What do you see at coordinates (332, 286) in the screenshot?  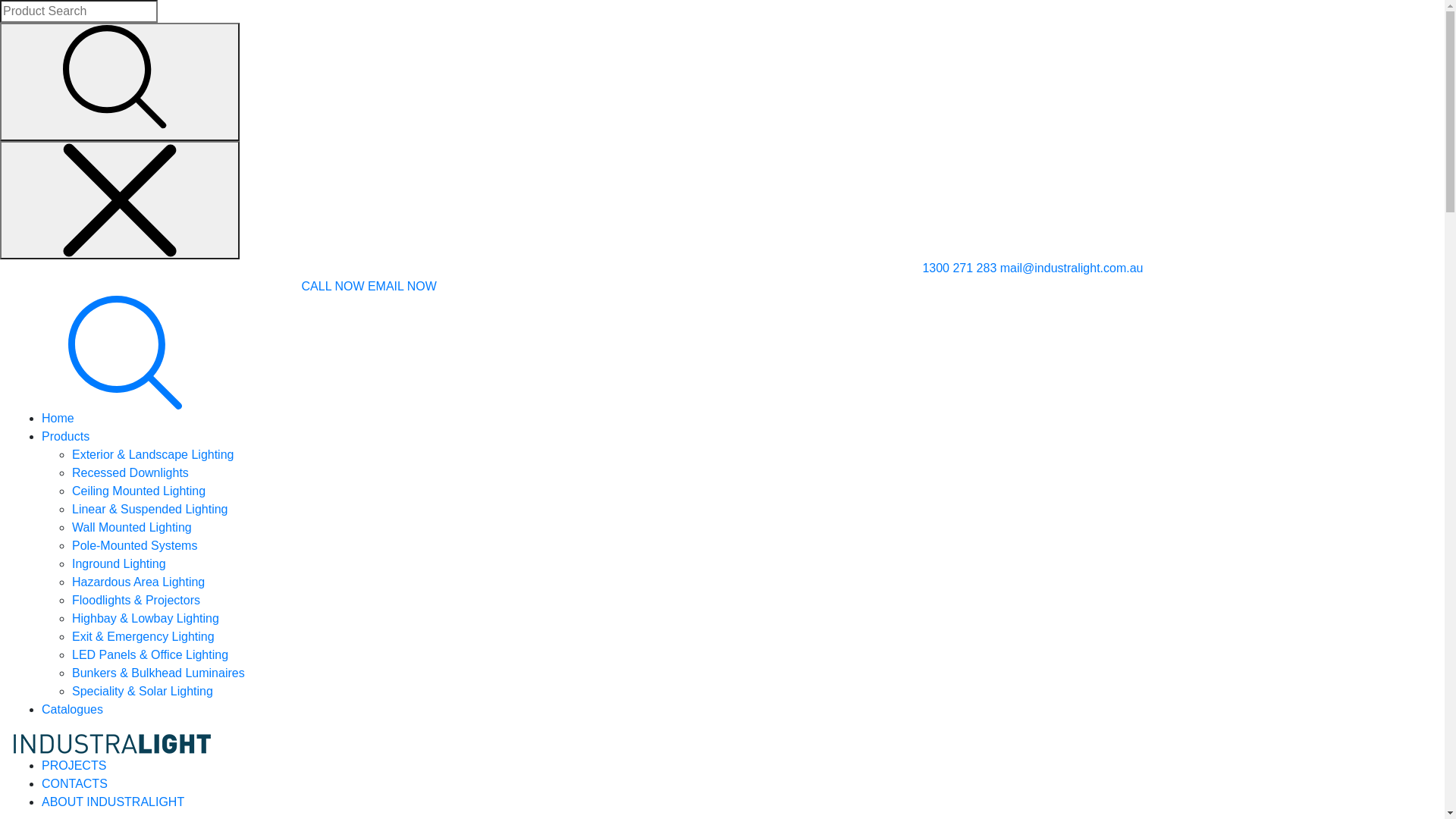 I see `'CALL NOW'` at bounding box center [332, 286].